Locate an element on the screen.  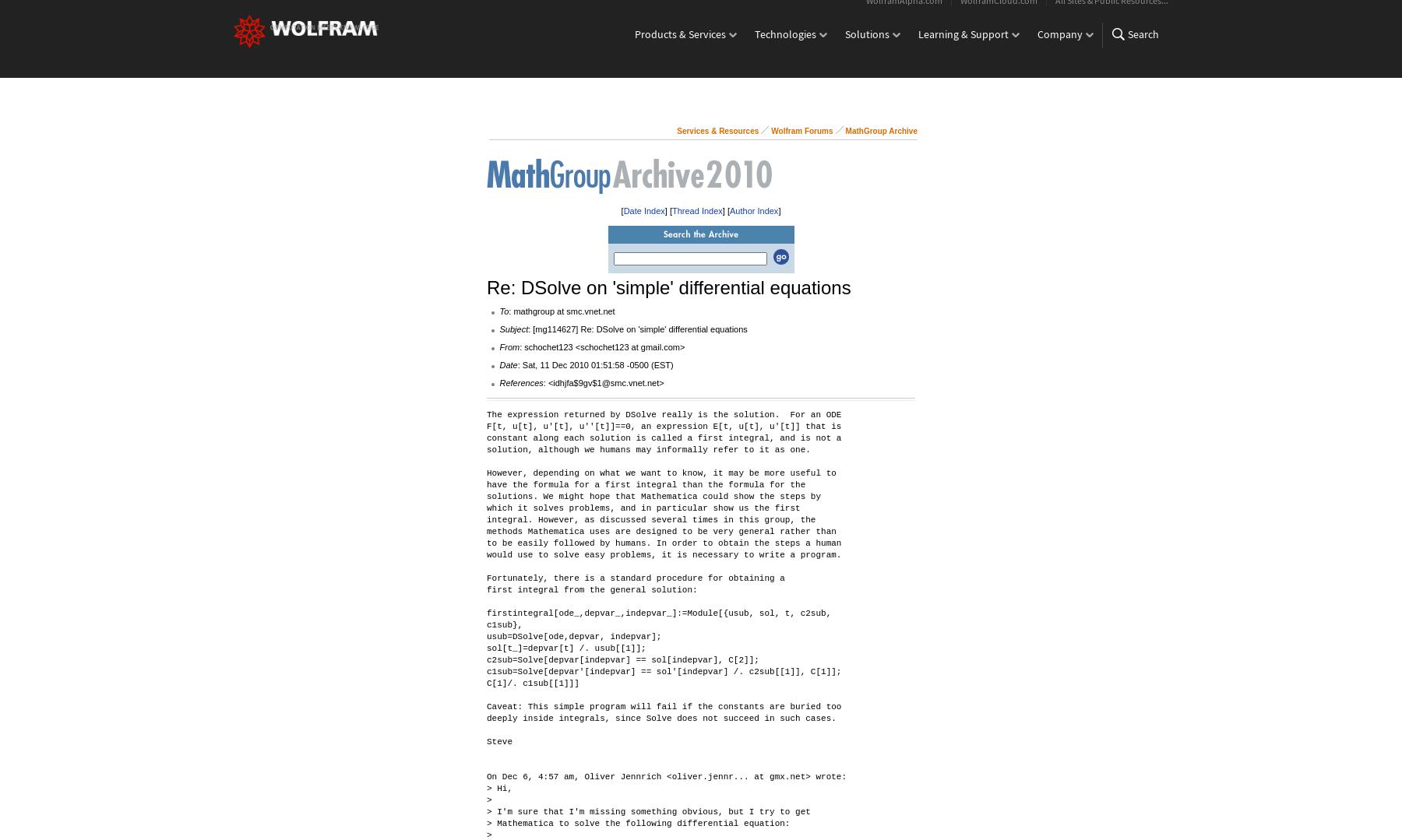
': Sat, 11 Dec 2010 01:51:58 -0500 (EST)' is located at coordinates (594, 364).